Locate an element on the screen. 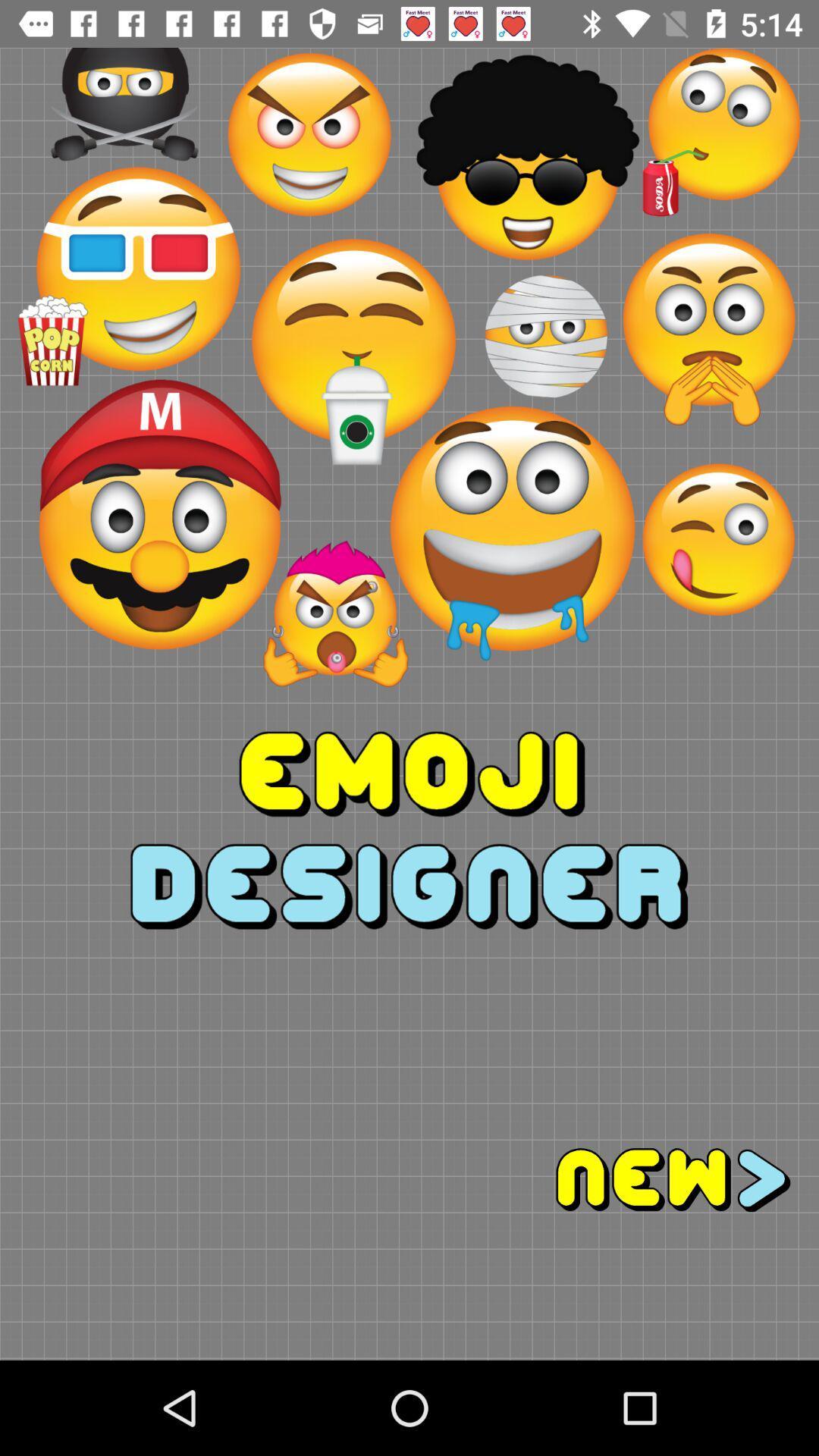  new is located at coordinates (614, 1179).